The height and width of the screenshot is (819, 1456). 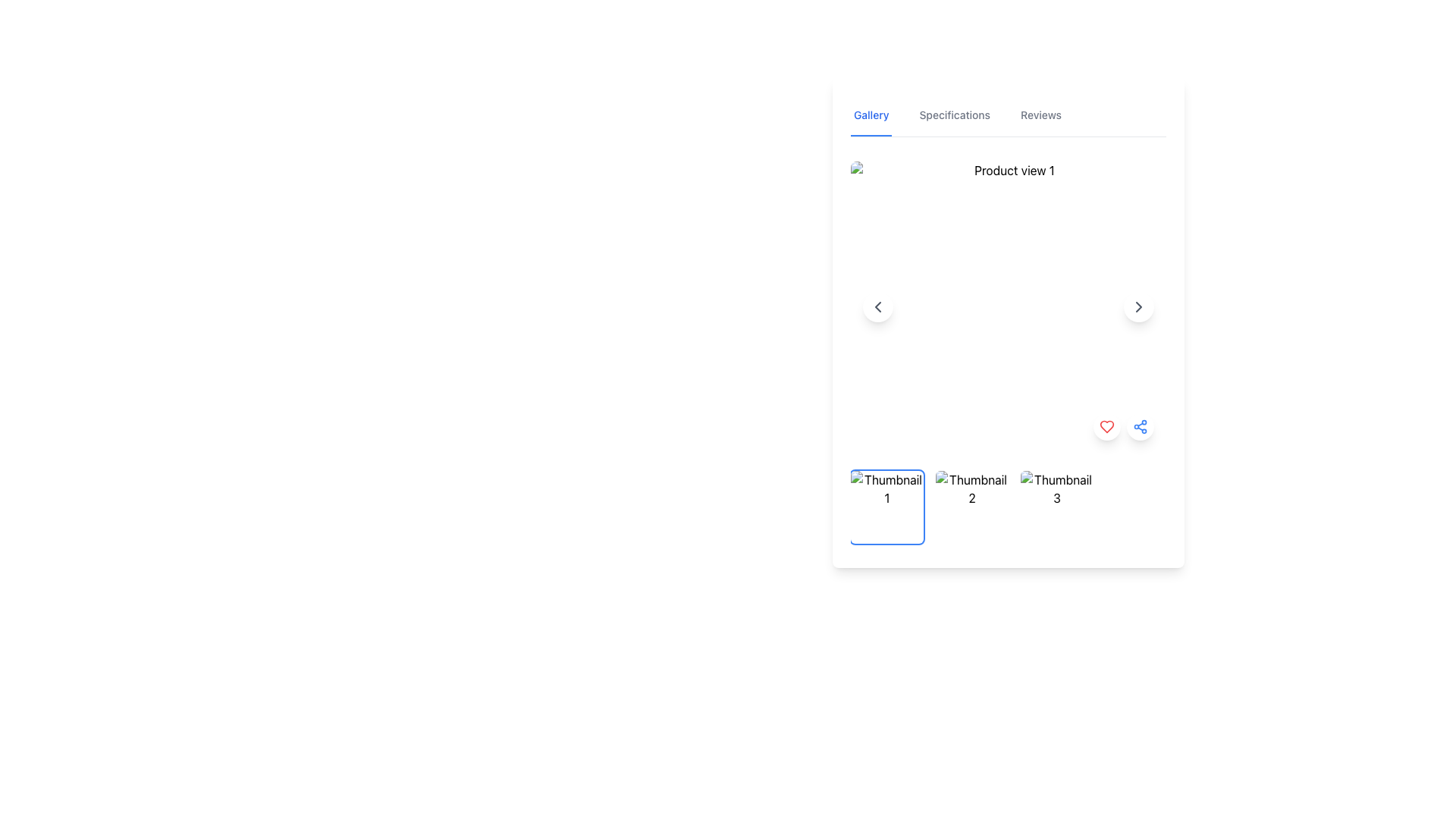 I want to click on the 'Reviews' tab item in the horizontal navigation to change its style and highlight it, so click(x=1040, y=115).